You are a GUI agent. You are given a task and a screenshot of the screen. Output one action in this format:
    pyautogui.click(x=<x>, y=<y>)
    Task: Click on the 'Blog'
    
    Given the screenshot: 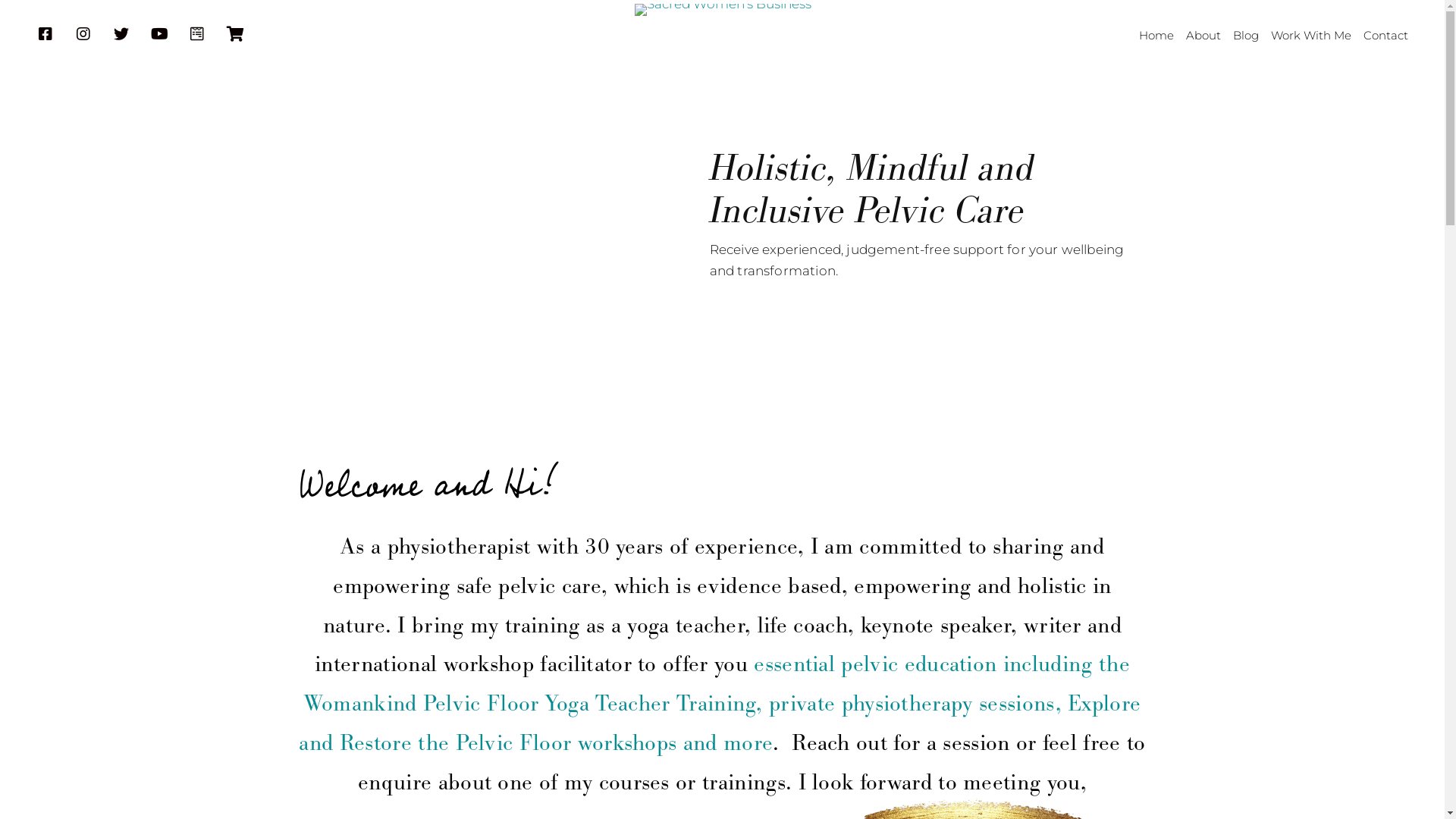 What is the action you would take?
    pyautogui.click(x=1245, y=35)
    